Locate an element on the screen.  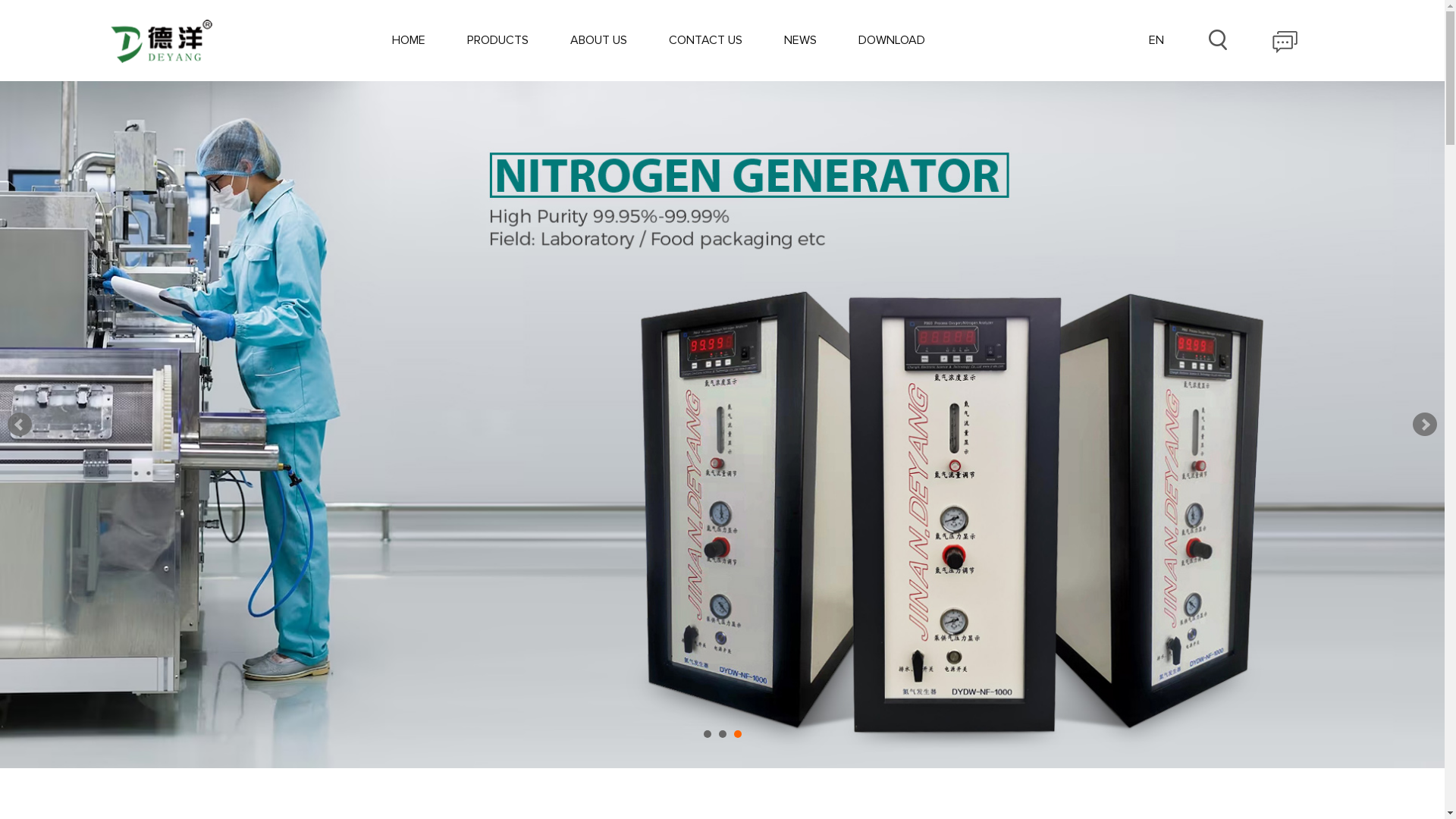
'NEWS' is located at coordinates (799, 39).